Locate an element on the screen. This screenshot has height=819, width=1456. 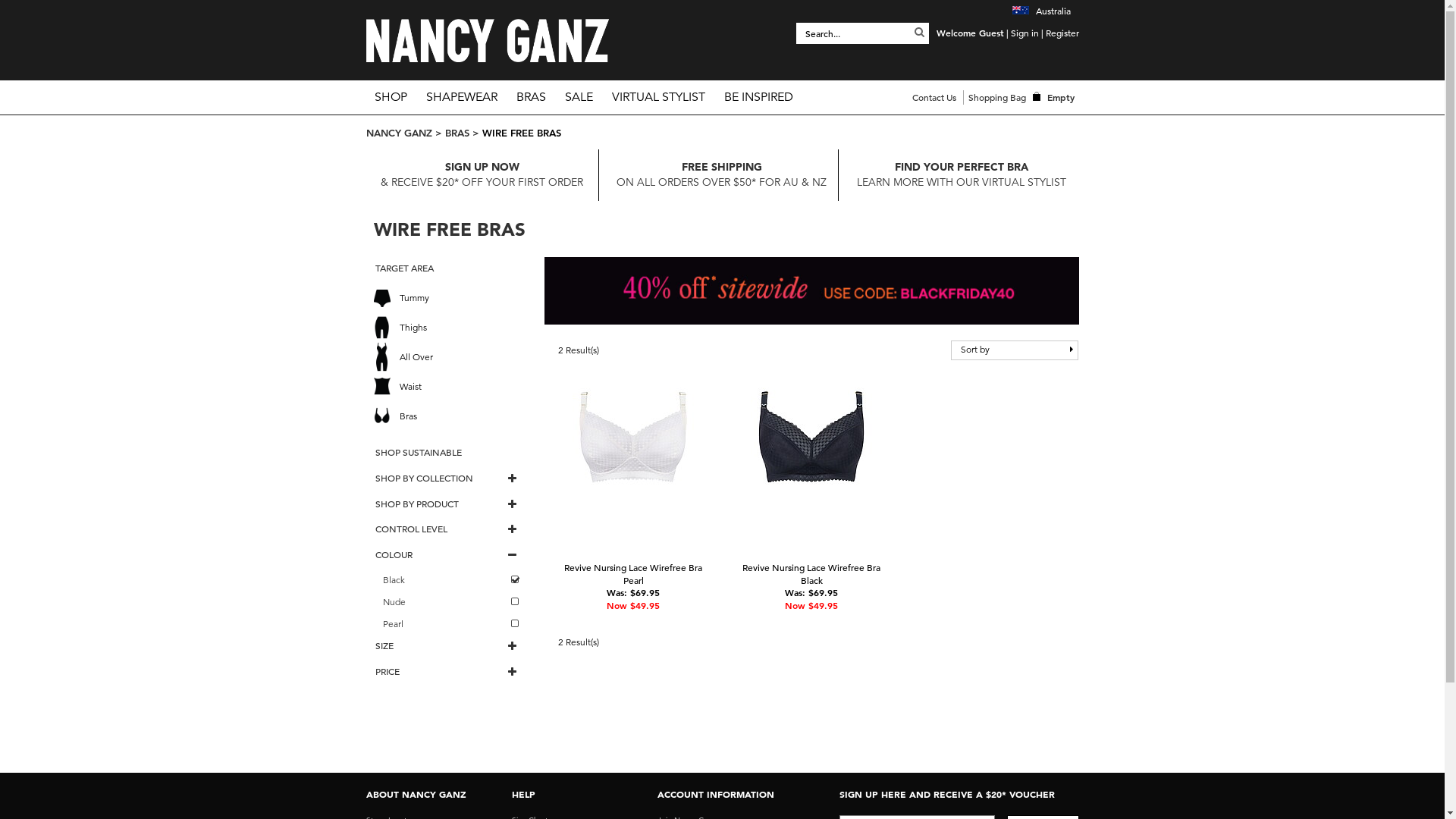
'BRAS' is located at coordinates (455, 131).